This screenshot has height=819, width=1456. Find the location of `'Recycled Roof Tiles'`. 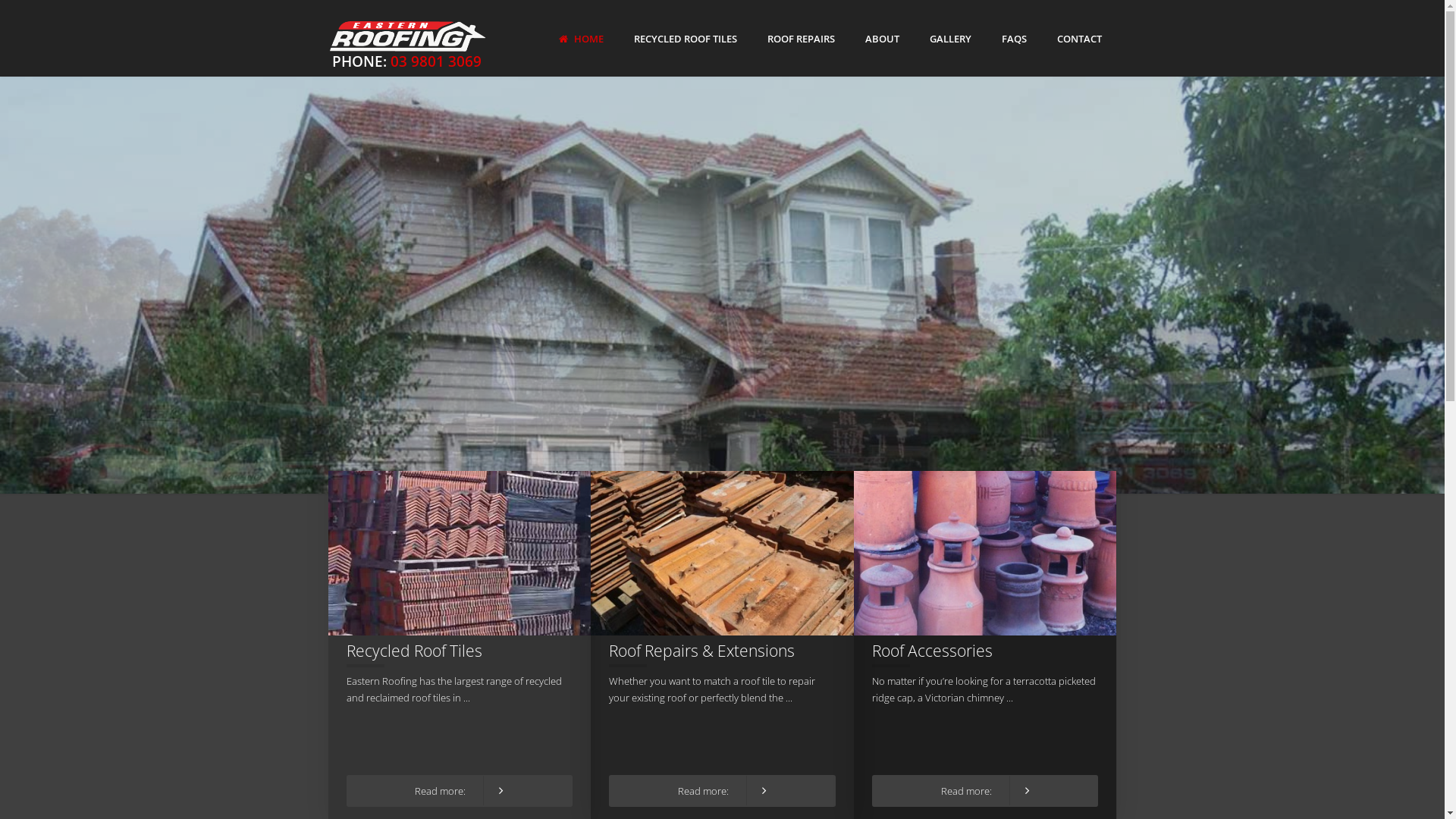

'Recycled Roof Tiles' is located at coordinates (458, 553).